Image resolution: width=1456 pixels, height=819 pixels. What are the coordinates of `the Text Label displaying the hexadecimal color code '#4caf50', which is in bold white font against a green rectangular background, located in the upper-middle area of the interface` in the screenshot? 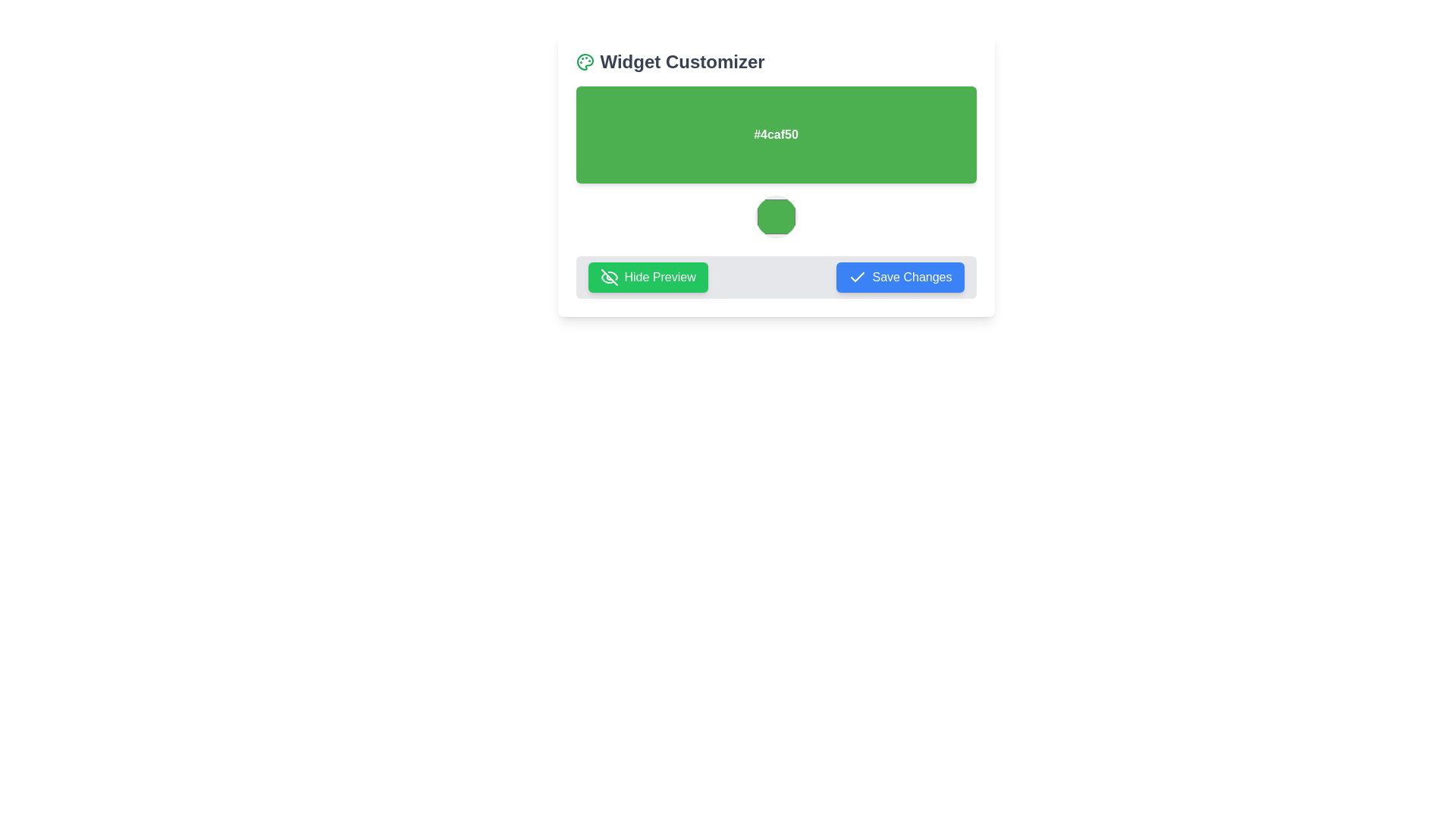 It's located at (776, 133).